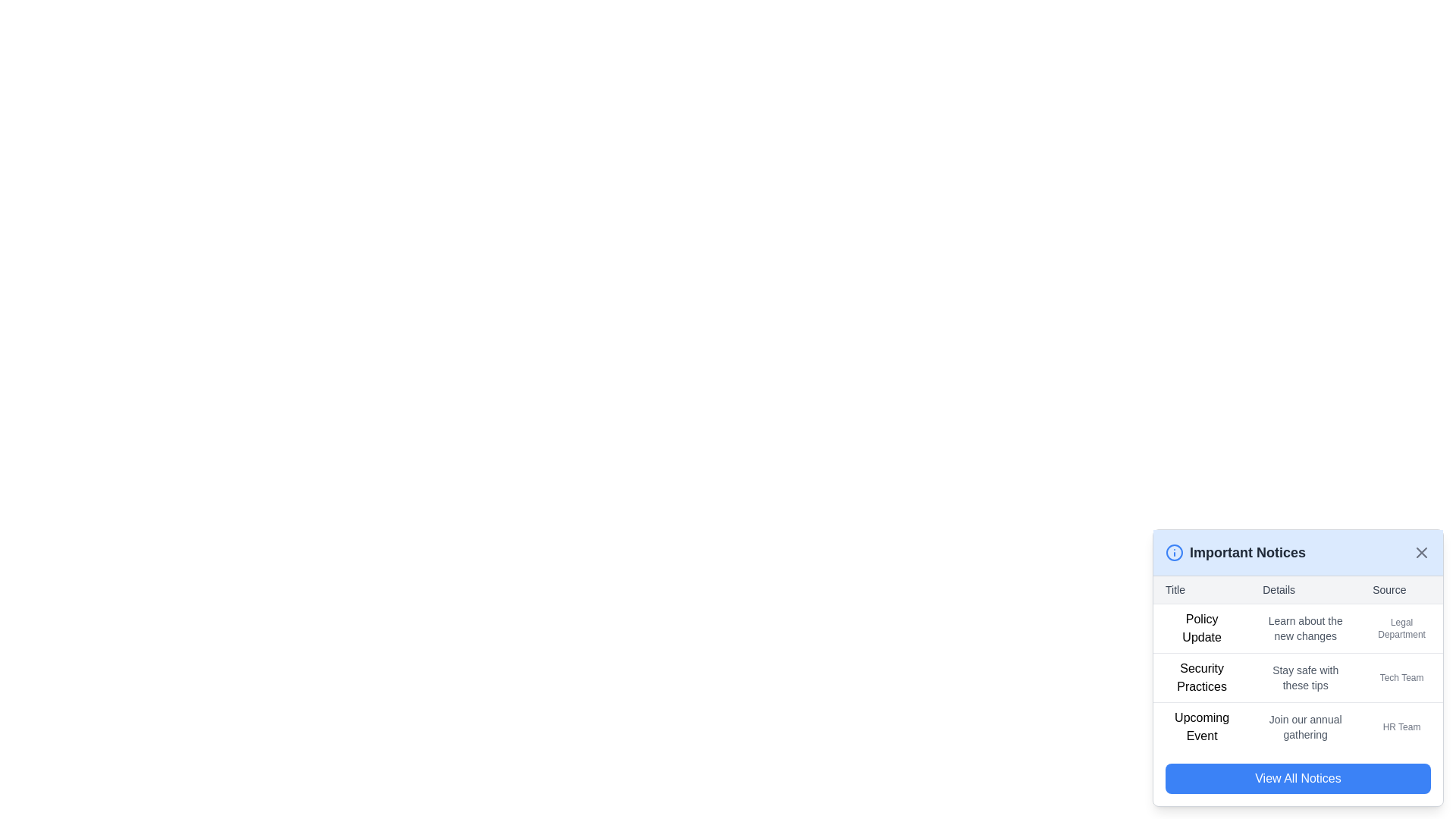  Describe the element at coordinates (1421, 553) in the screenshot. I see `the small gray close ('X') button located in the upper-right corner of the 'Important Notices' header to change its color` at that location.